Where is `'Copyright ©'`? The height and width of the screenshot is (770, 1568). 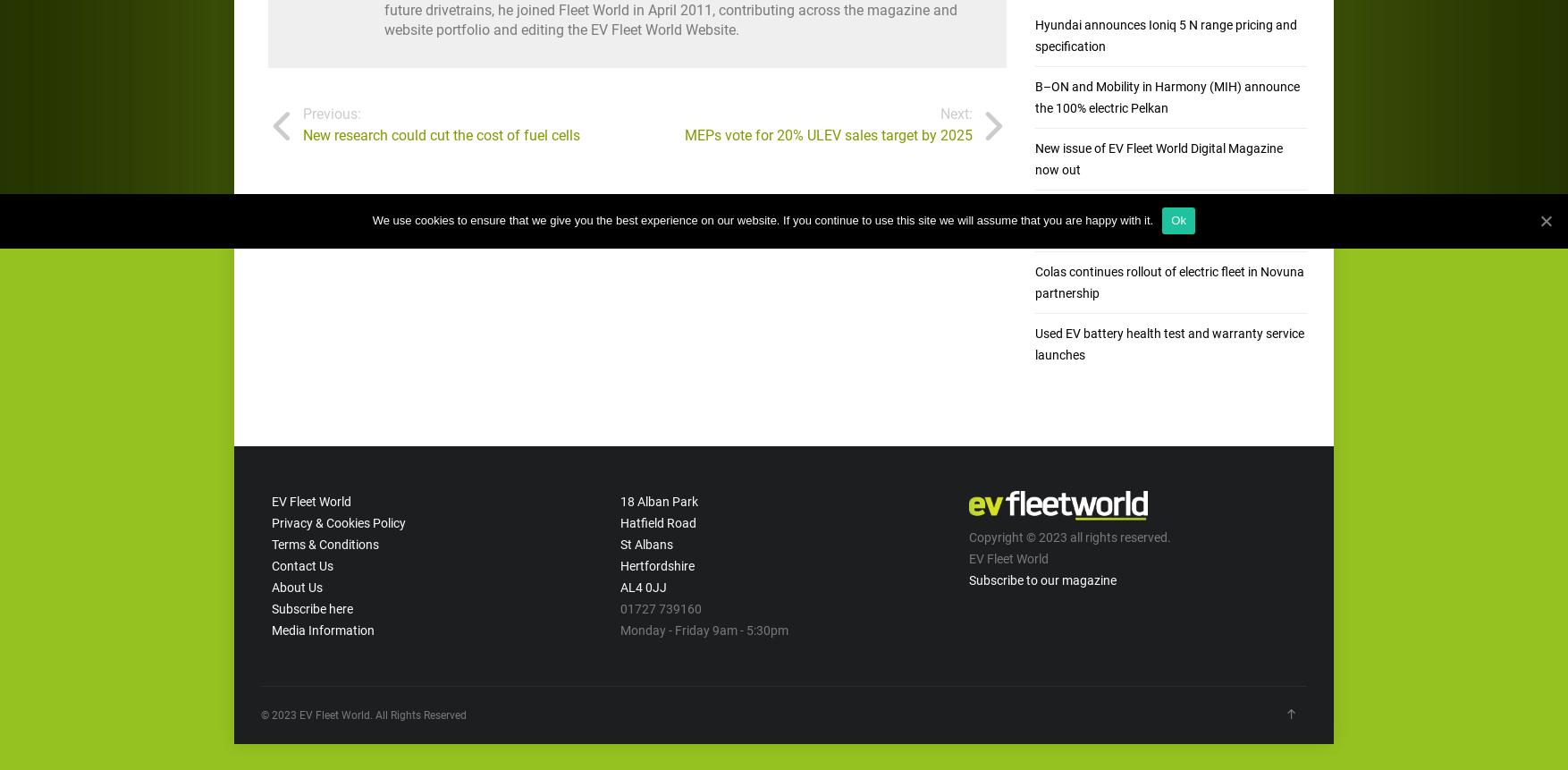
'Copyright ©' is located at coordinates (1003, 536).